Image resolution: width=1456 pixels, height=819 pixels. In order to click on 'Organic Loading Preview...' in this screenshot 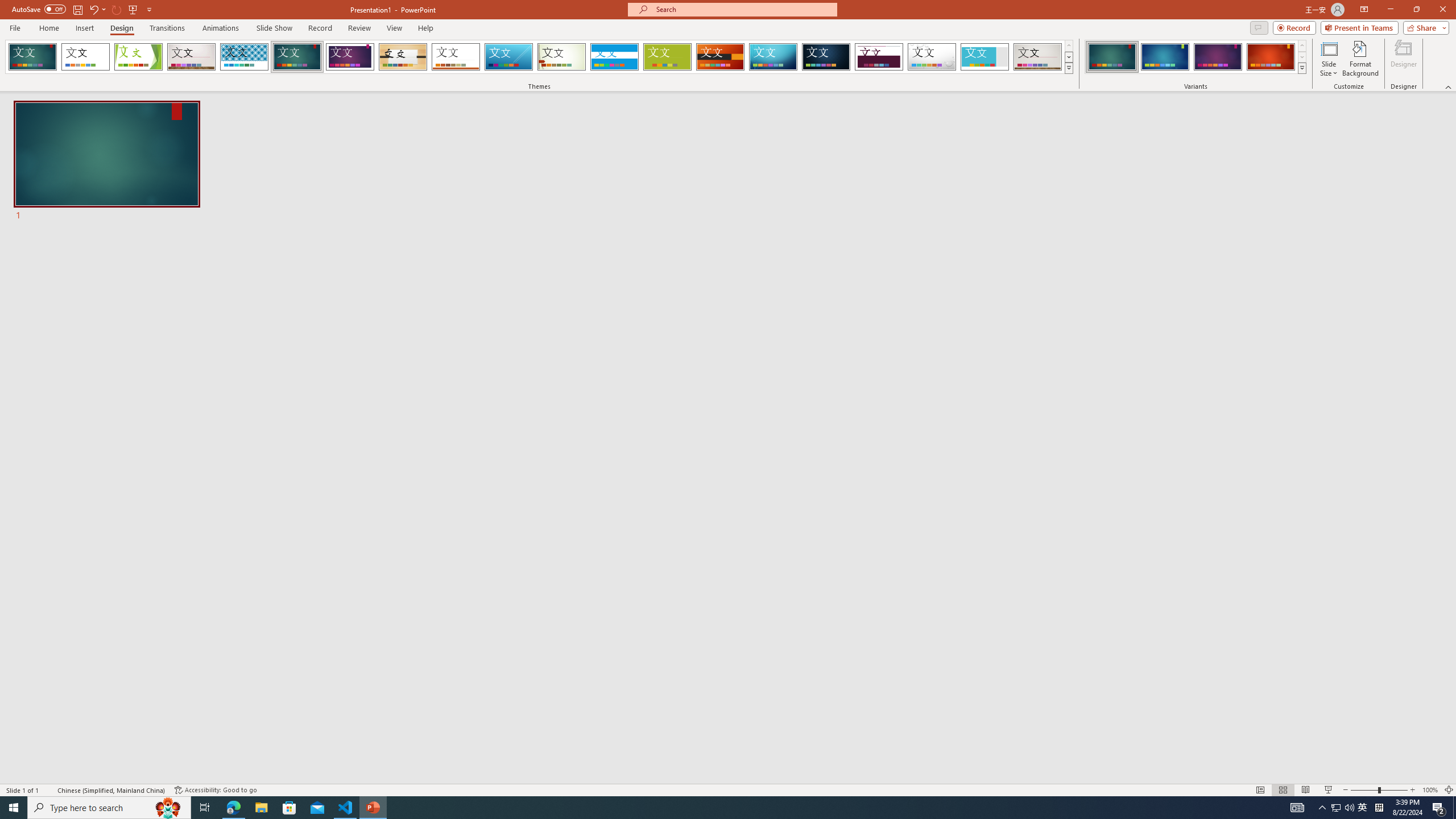, I will do `click(403, 56)`.